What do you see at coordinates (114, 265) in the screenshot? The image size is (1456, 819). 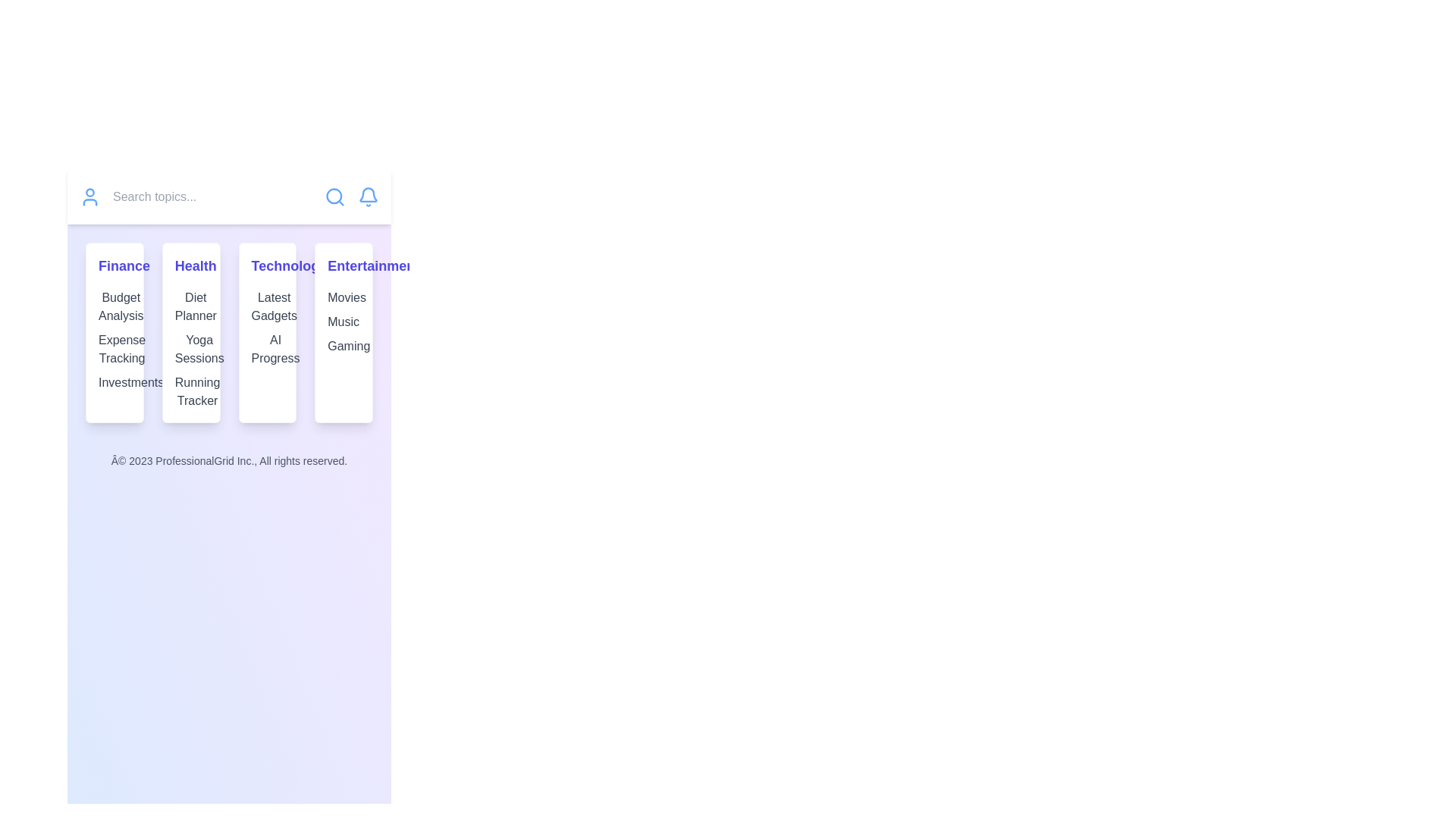 I see `the Text label that serves as a title or label for the associated content category, located in the top-left corner of the card` at bounding box center [114, 265].